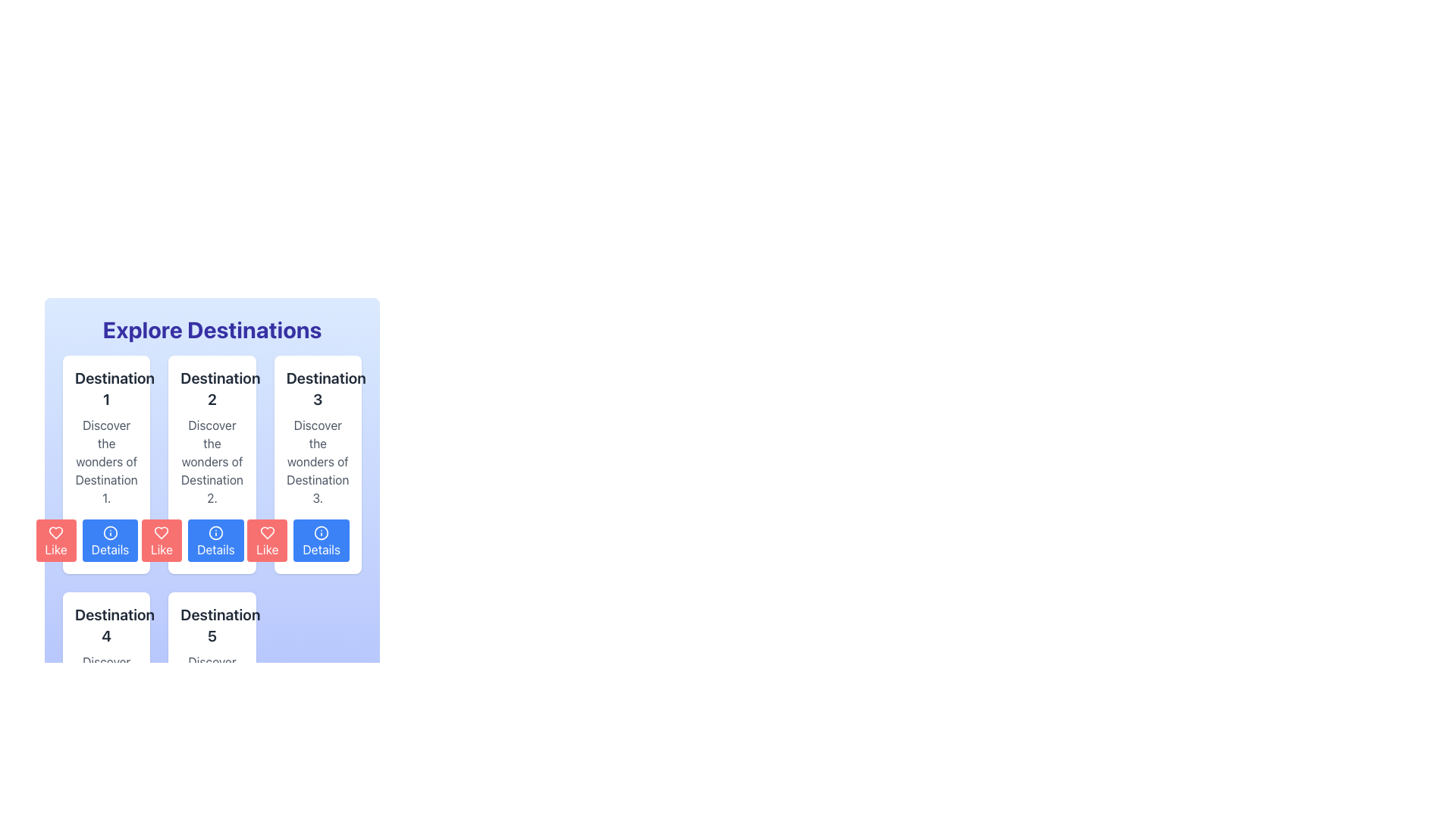  Describe the element at coordinates (162, 540) in the screenshot. I see `the 'Like' button located under the 'Destination 2' card, which is the first button in a group of horizontally aligned buttons` at that location.